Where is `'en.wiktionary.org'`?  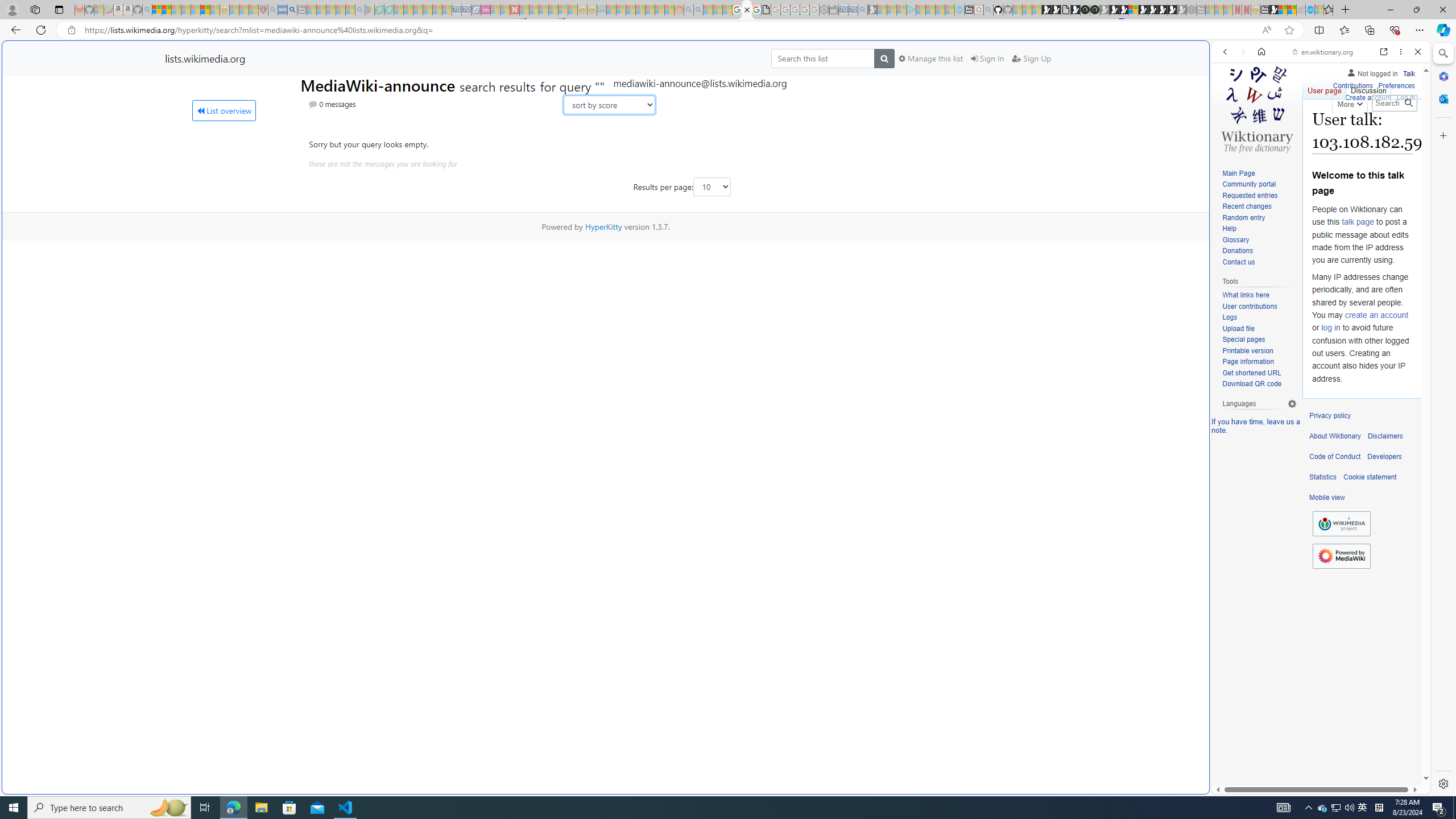 'en.wiktionary.org' is located at coordinates (1323, 52).